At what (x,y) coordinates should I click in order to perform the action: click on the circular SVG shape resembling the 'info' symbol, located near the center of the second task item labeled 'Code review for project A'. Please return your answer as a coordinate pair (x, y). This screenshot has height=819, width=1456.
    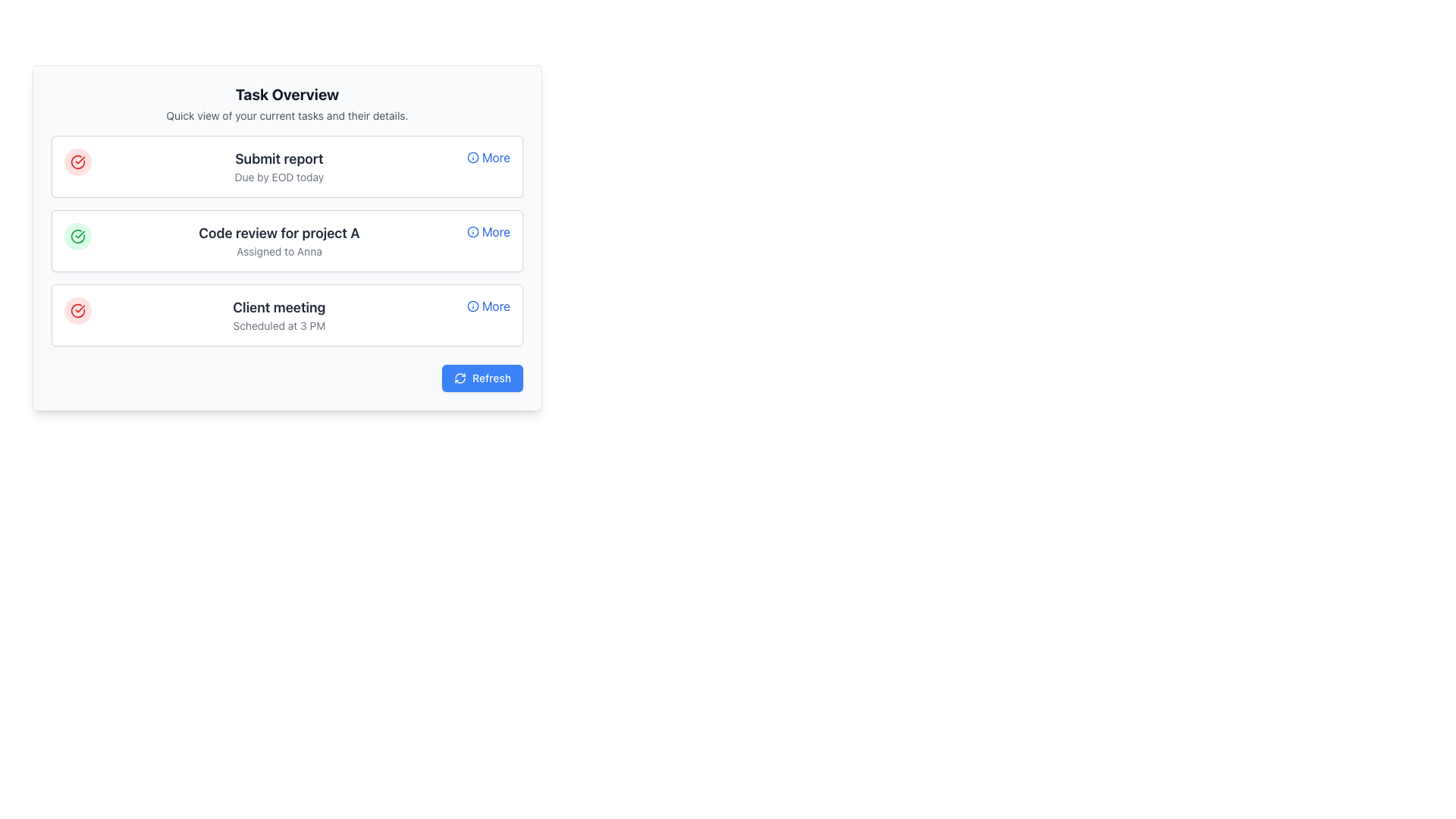
    Looking at the image, I should click on (472, 231).